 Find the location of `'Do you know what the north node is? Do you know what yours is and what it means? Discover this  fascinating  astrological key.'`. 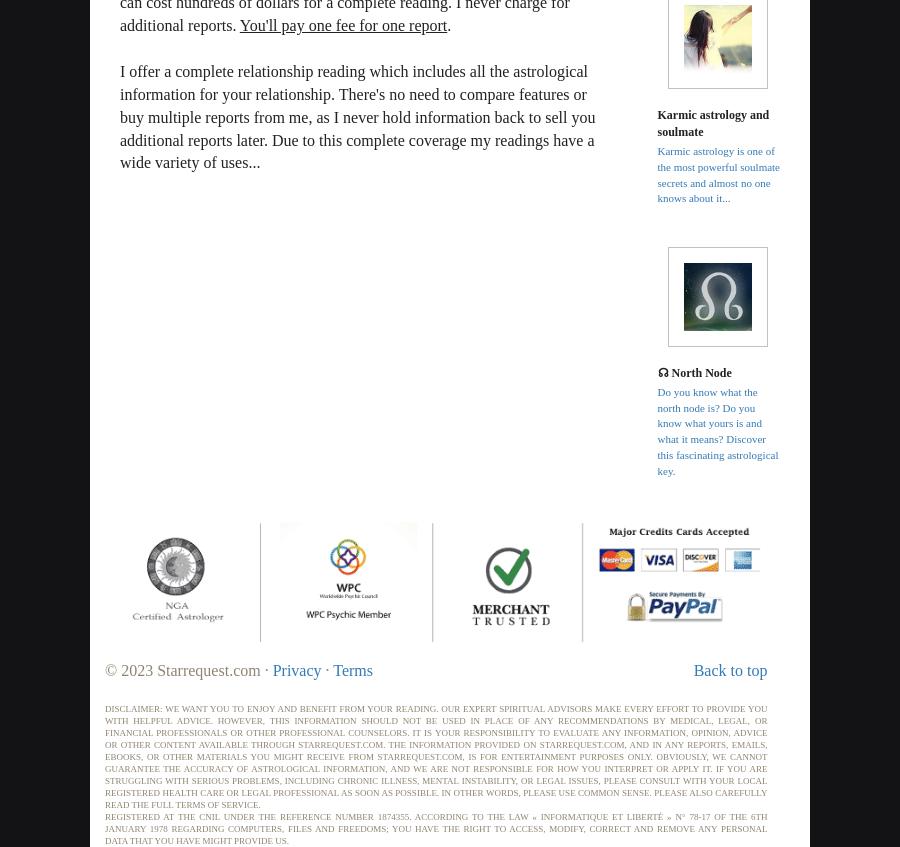

'Do you know what the north node is? Do you know what yours is and what it means? Discover this  fascinating  astrological key.' is located at coordinates (657, 431).